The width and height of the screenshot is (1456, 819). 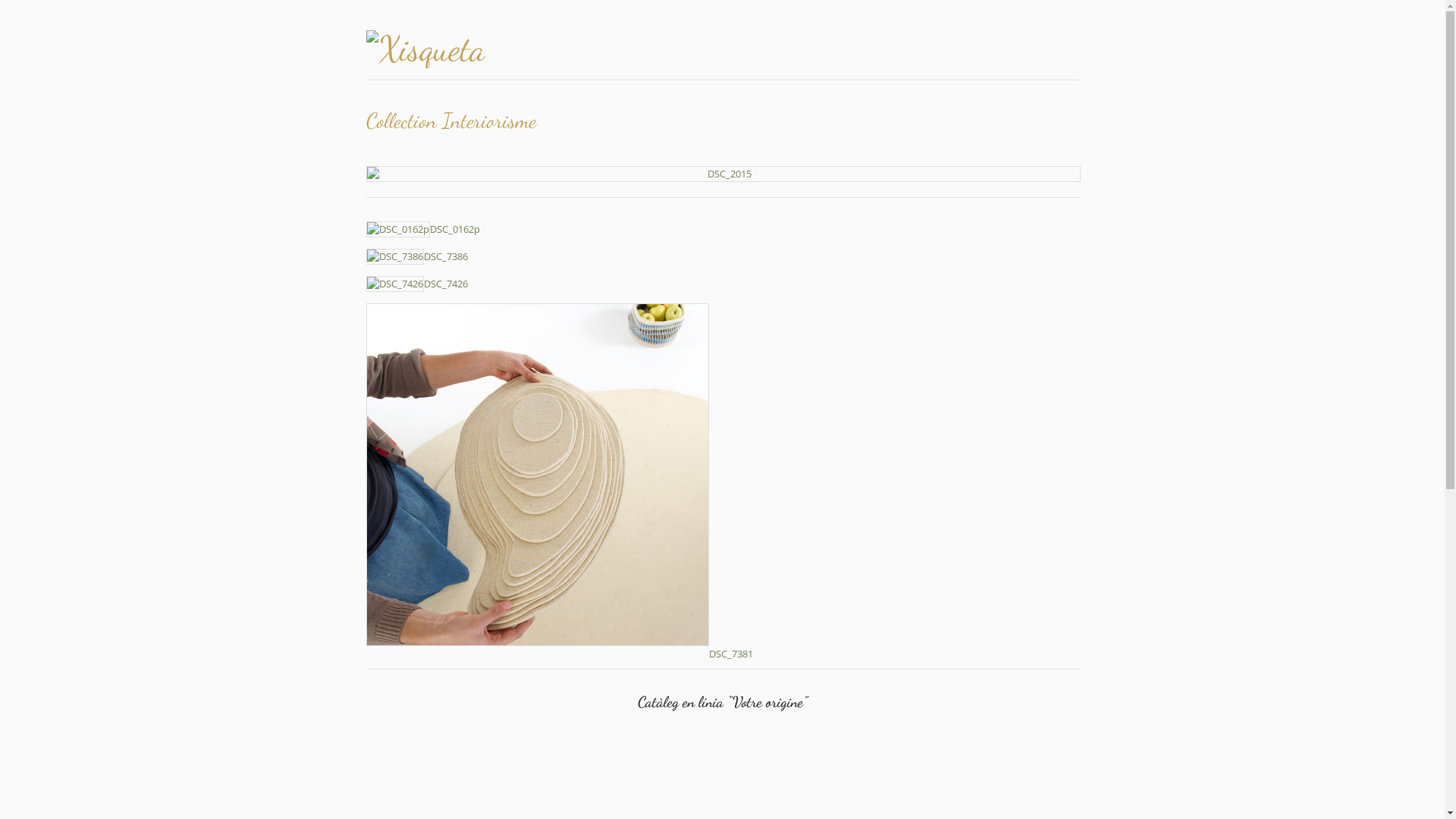 I want to click on 'Collection Interiorisme', so click(x=365, y=173).